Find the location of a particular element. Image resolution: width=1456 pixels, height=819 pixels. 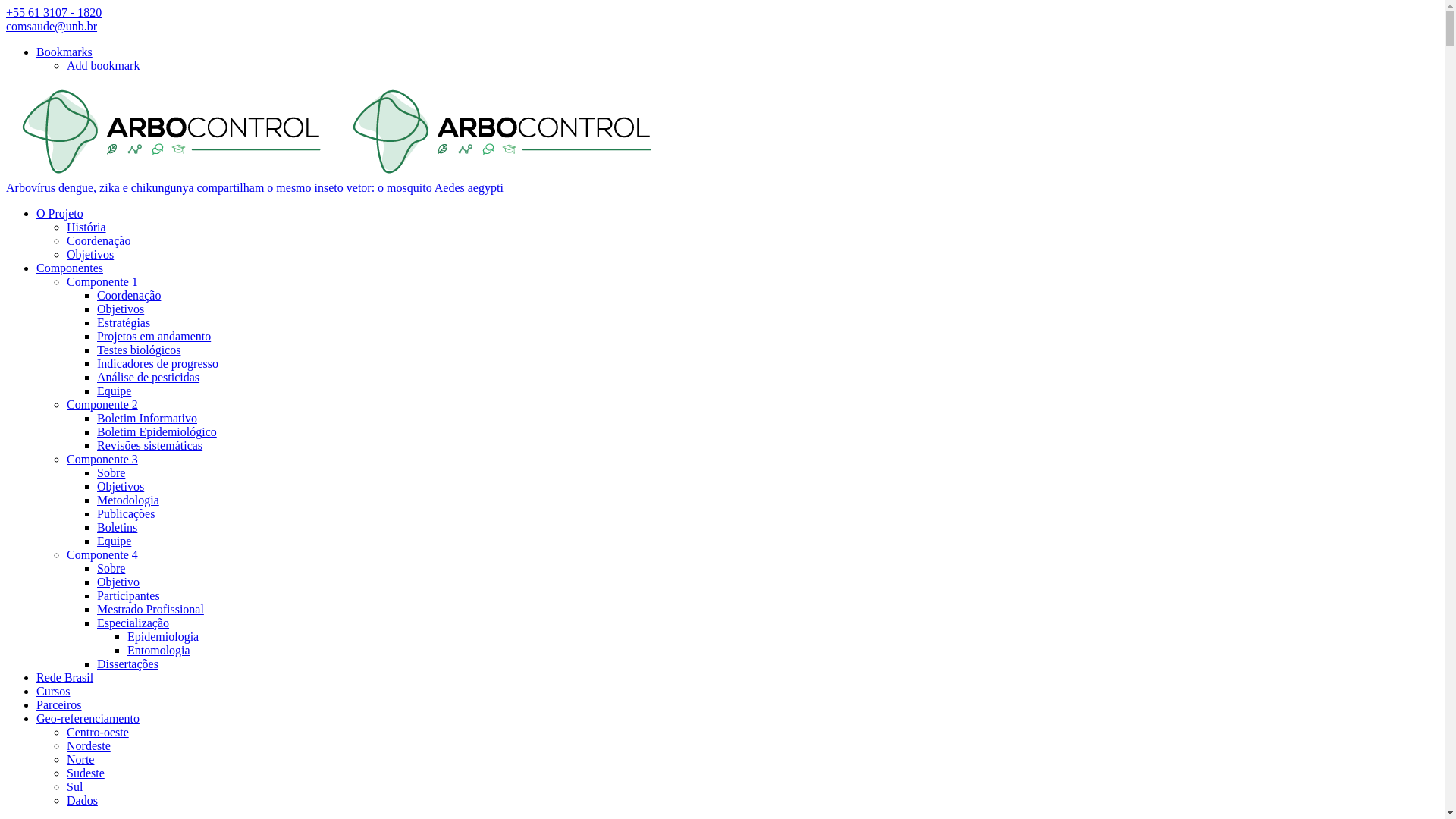

'Sudeste' is located at coordinates (65, 773).